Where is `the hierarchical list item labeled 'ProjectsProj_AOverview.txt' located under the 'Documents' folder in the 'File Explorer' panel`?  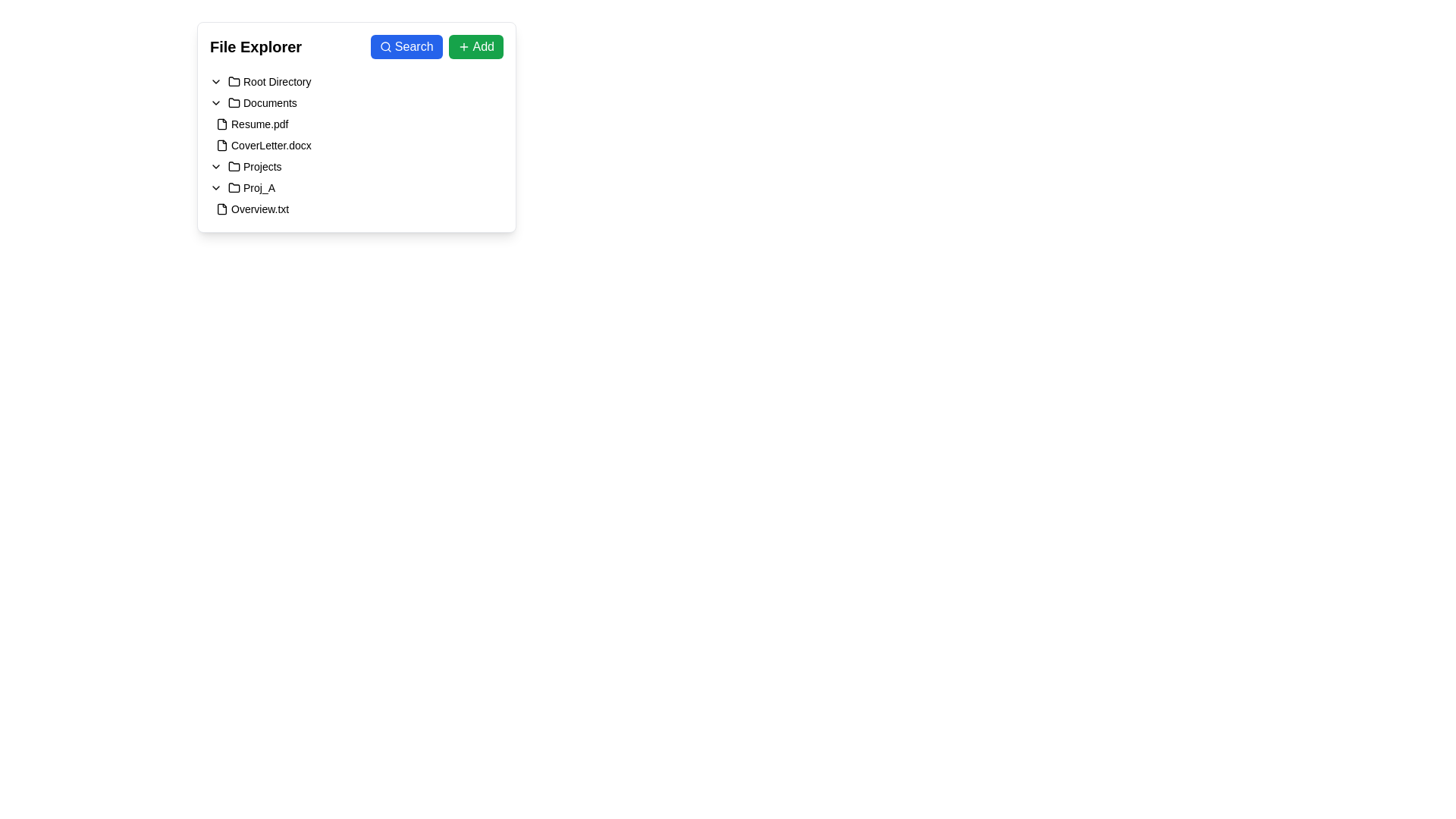 the hierarchical list item labeled 'ProjectsProj_AOverview.txt' located under the 'Documents' folder in the 'File Explorer' panel is located at coordinates (356, 187).